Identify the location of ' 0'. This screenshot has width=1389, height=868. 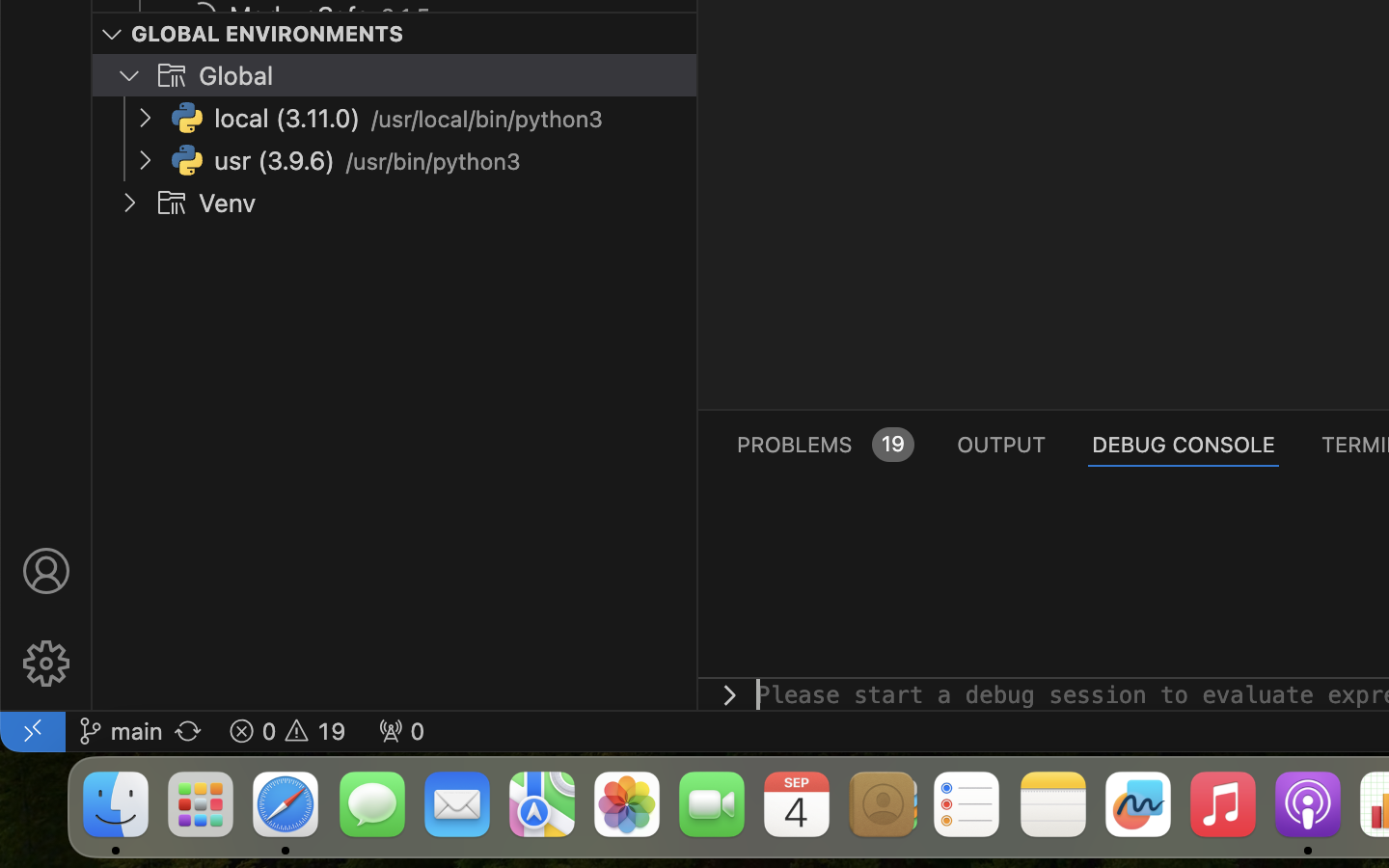
(400, 729).